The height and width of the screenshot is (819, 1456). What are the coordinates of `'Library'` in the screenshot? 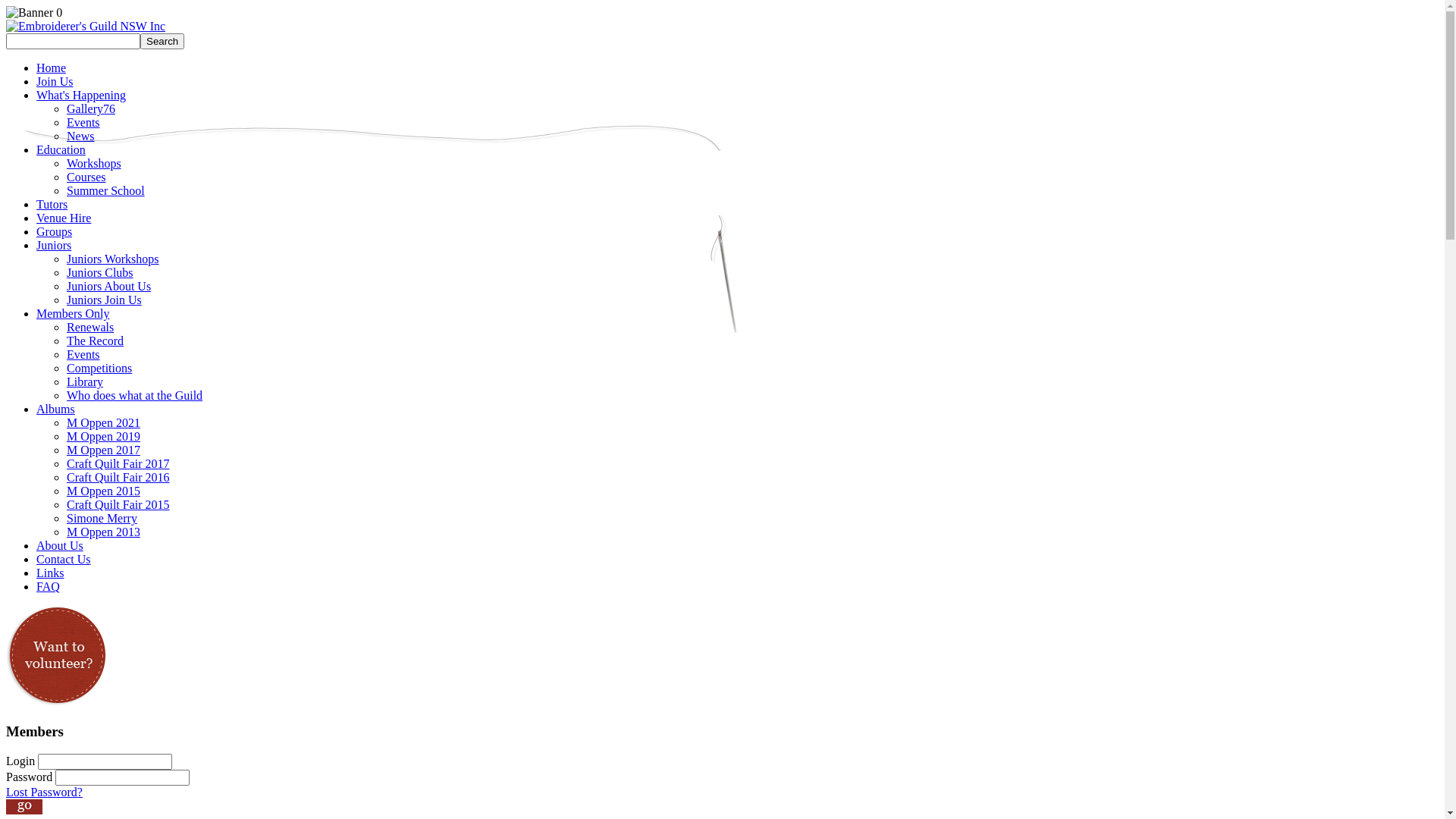 It's located at (83, 381).